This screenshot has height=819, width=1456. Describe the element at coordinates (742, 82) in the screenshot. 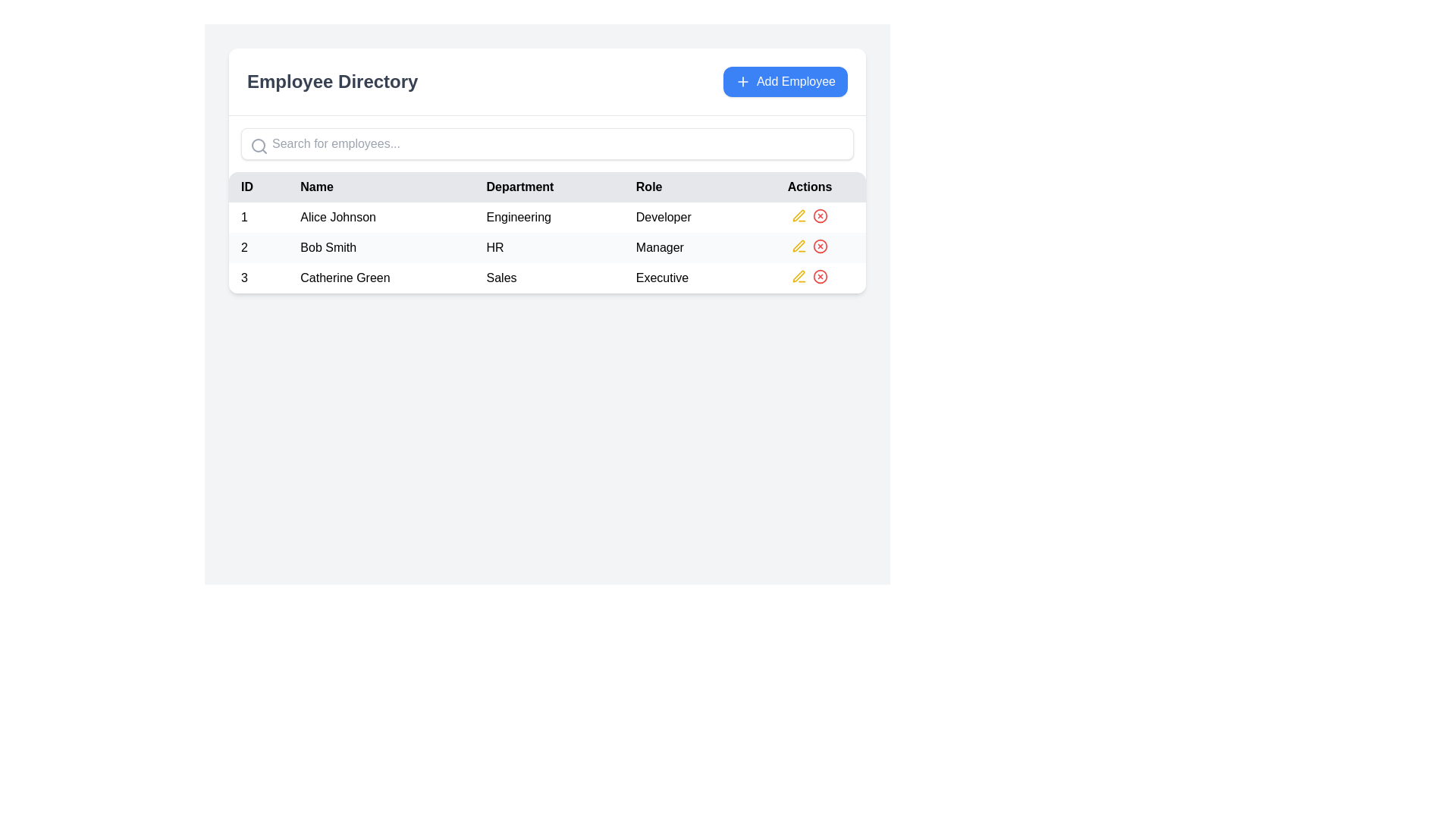

I see `the 'Add Employee' button, which contains the icon for adding employees, located to the left of the 'Add Employee' text` at that location.